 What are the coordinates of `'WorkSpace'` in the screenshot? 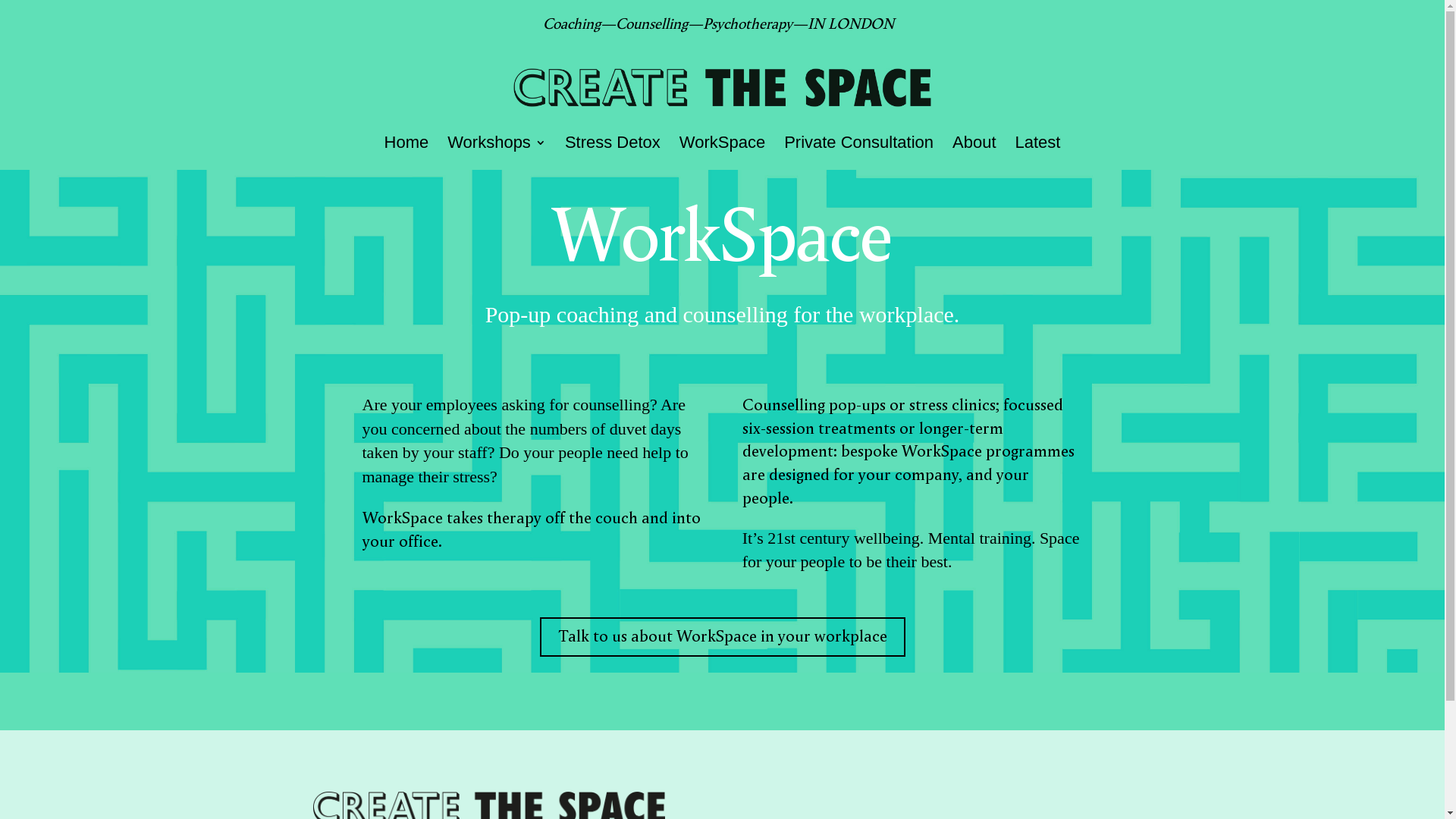 It's located at (721, 153).